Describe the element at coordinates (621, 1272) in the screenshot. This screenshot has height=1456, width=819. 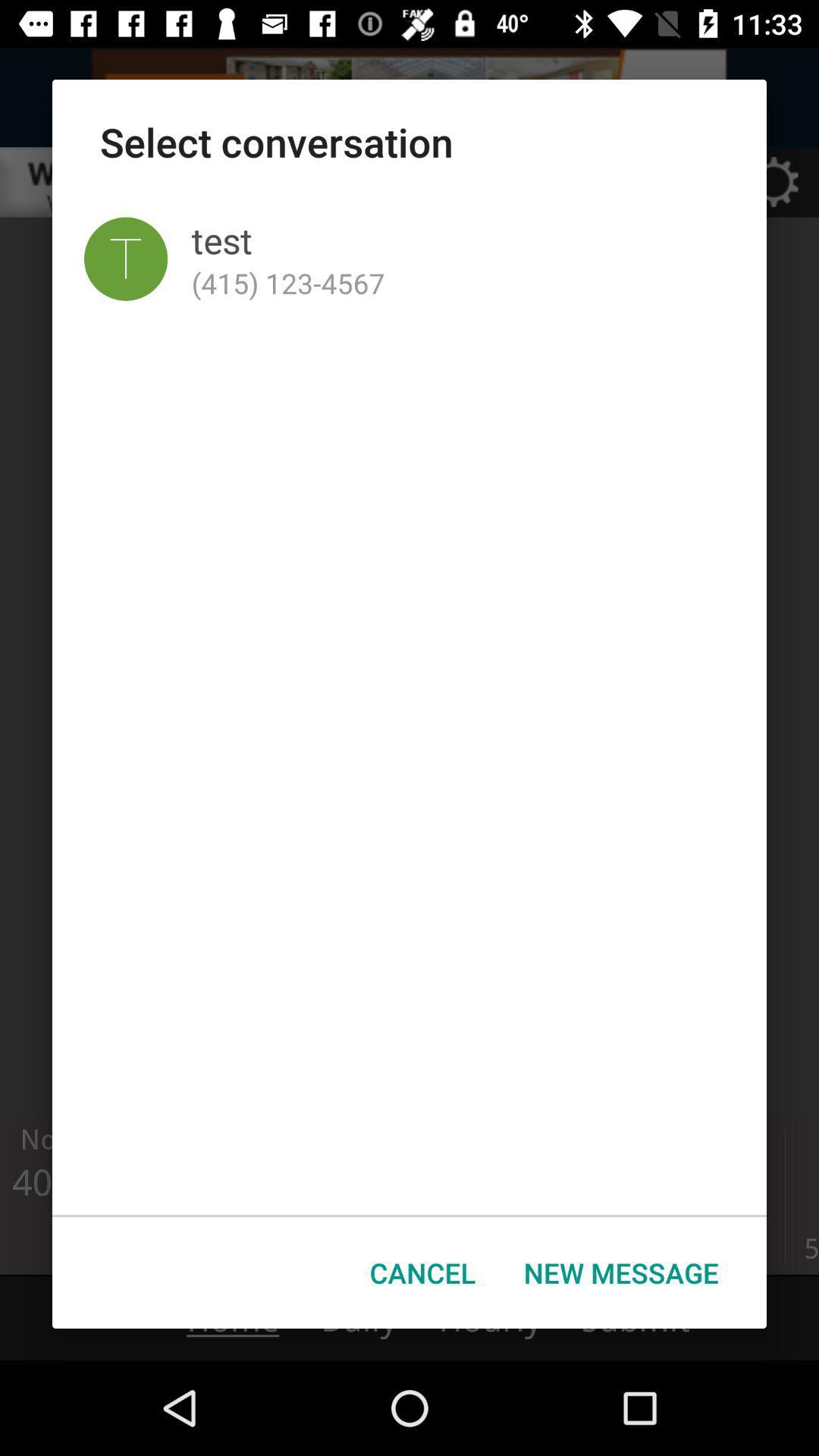
I see `new message icon` at that location.